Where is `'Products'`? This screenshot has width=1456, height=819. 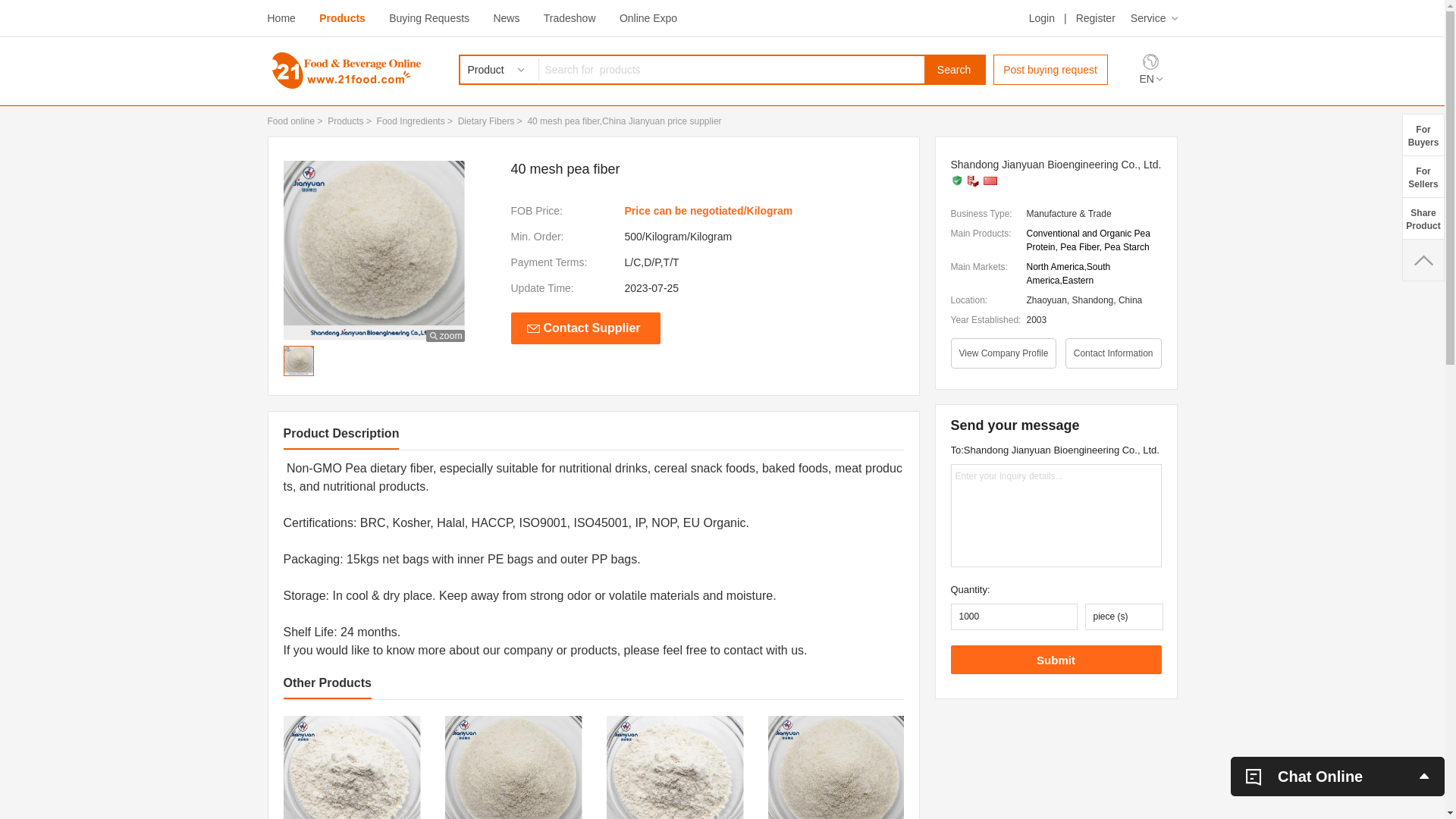 'Products' is located at coordinates (341, 17).